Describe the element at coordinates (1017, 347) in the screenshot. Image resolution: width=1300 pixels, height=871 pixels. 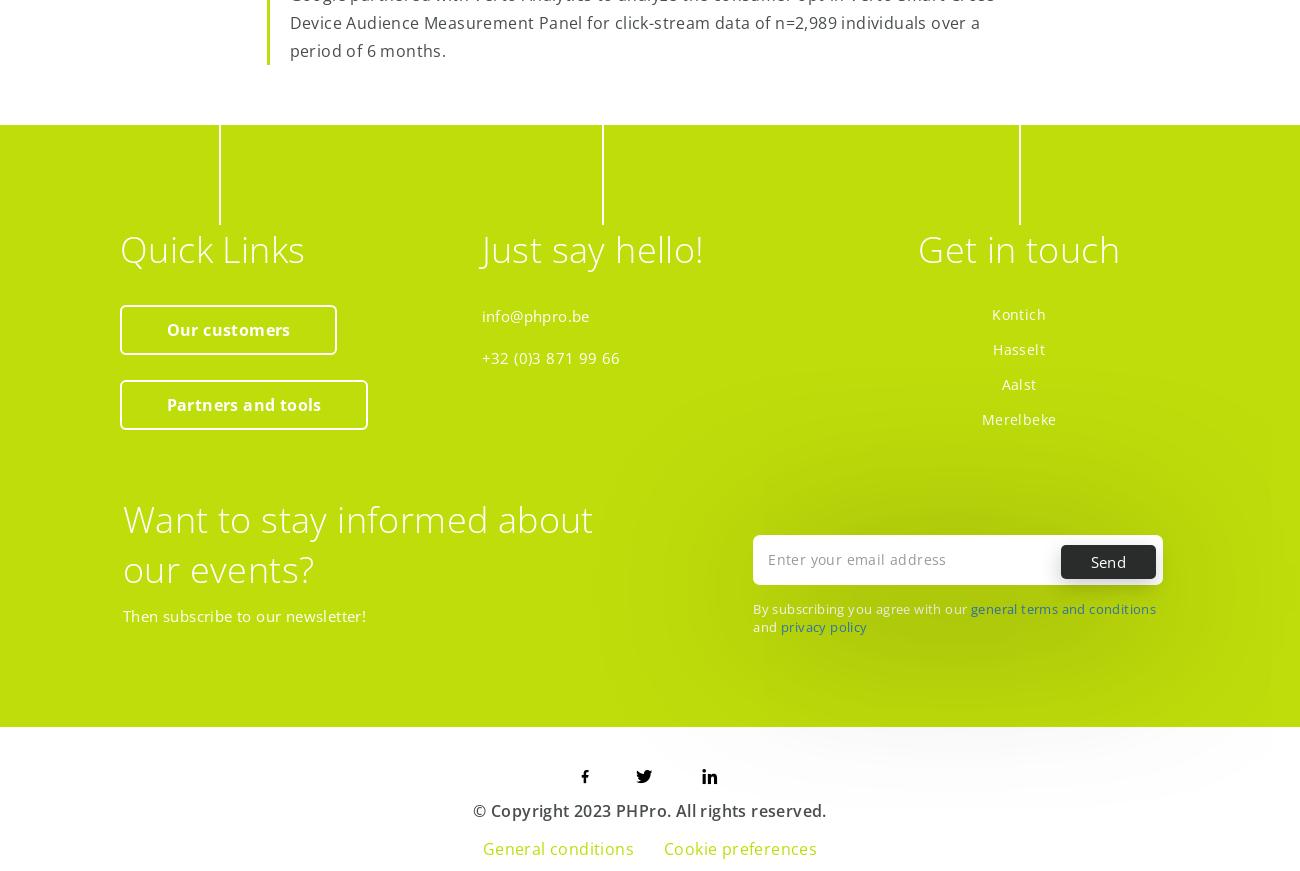
I see `'Hasselt'` at that location.